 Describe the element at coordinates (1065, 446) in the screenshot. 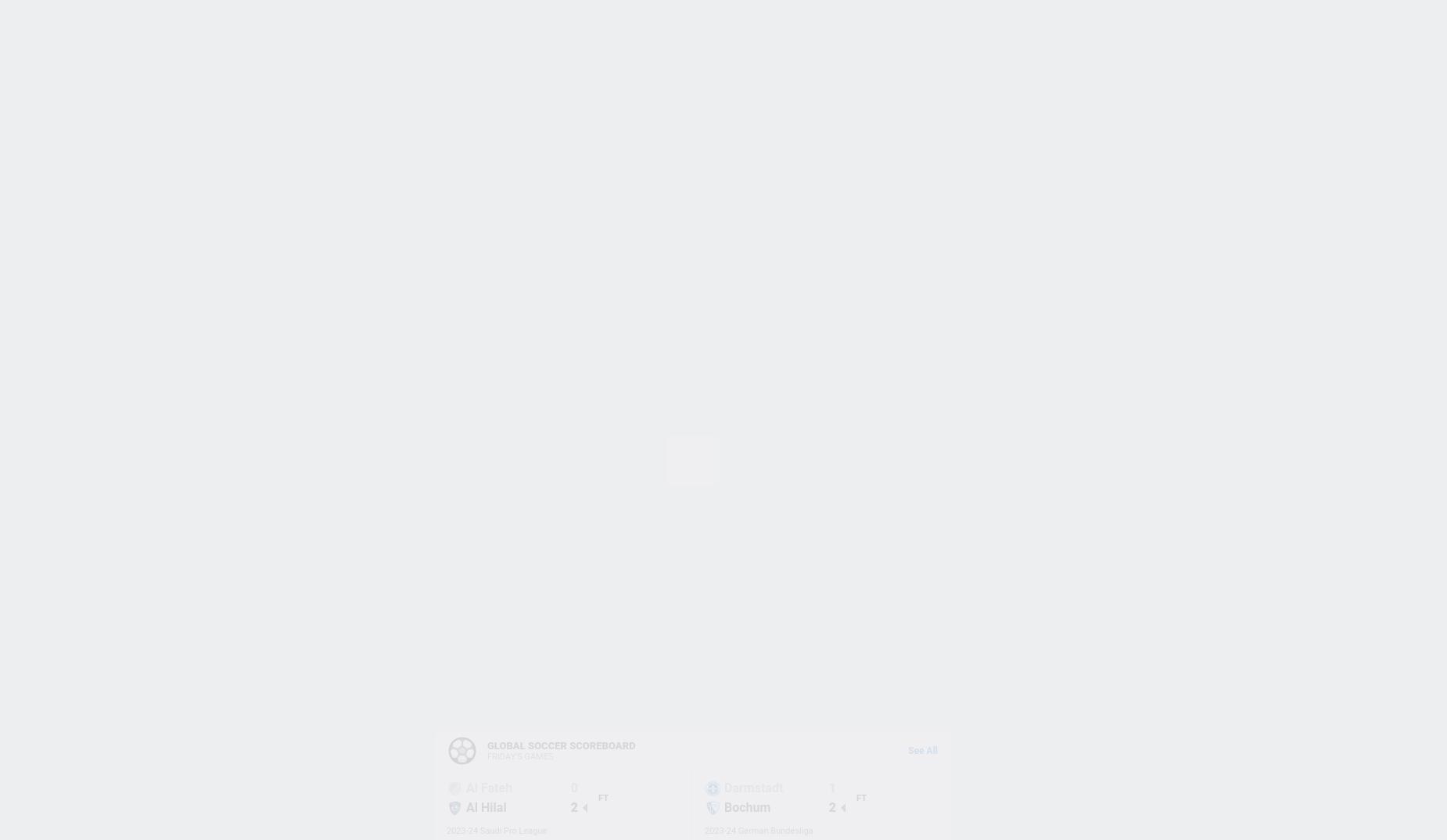

I see `'© ESPN Enterprises, Inc. All rights reserved.'` at that location.